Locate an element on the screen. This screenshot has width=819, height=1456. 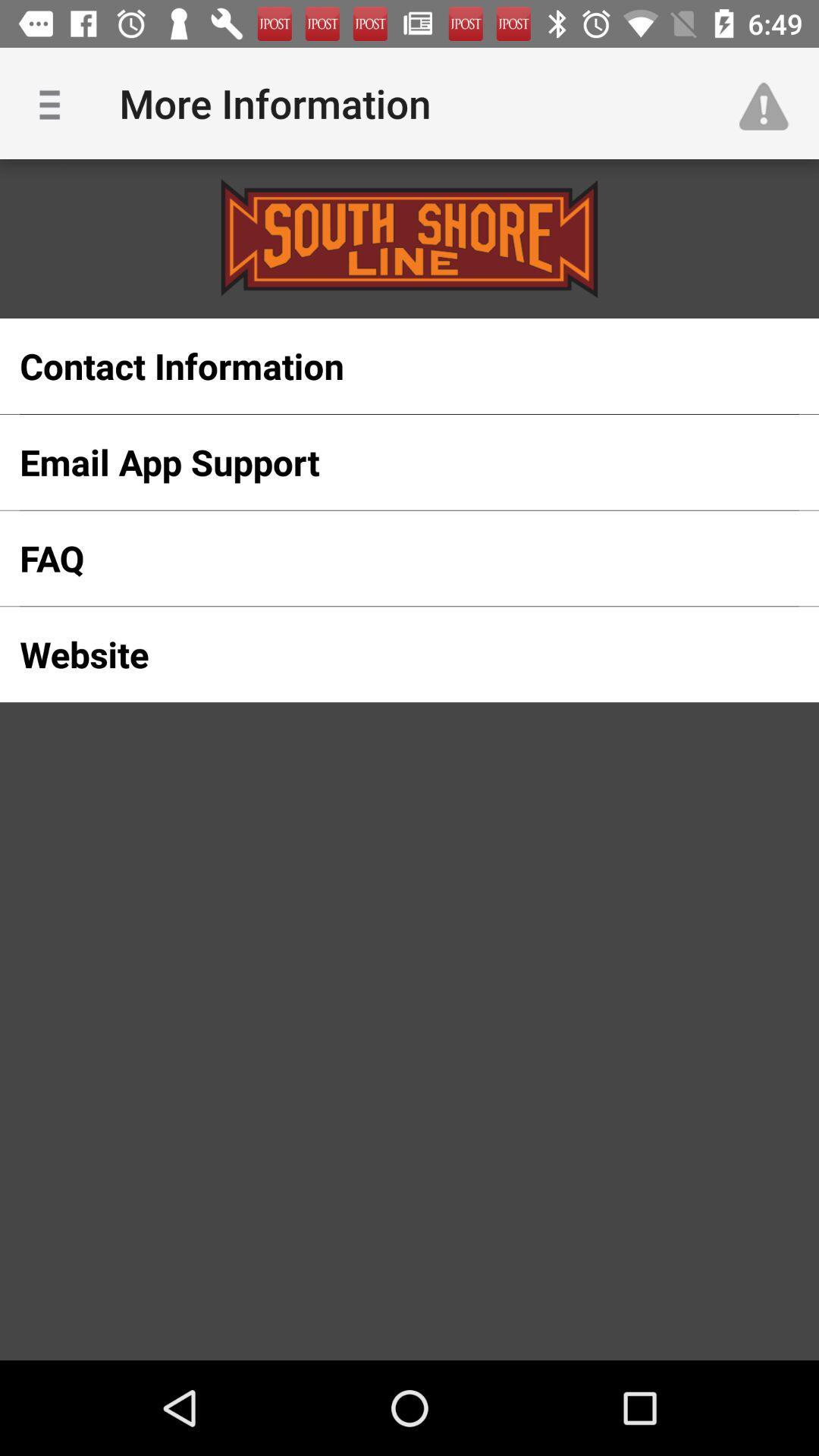
the icon next to the more information is located at coordinates (55, 102).